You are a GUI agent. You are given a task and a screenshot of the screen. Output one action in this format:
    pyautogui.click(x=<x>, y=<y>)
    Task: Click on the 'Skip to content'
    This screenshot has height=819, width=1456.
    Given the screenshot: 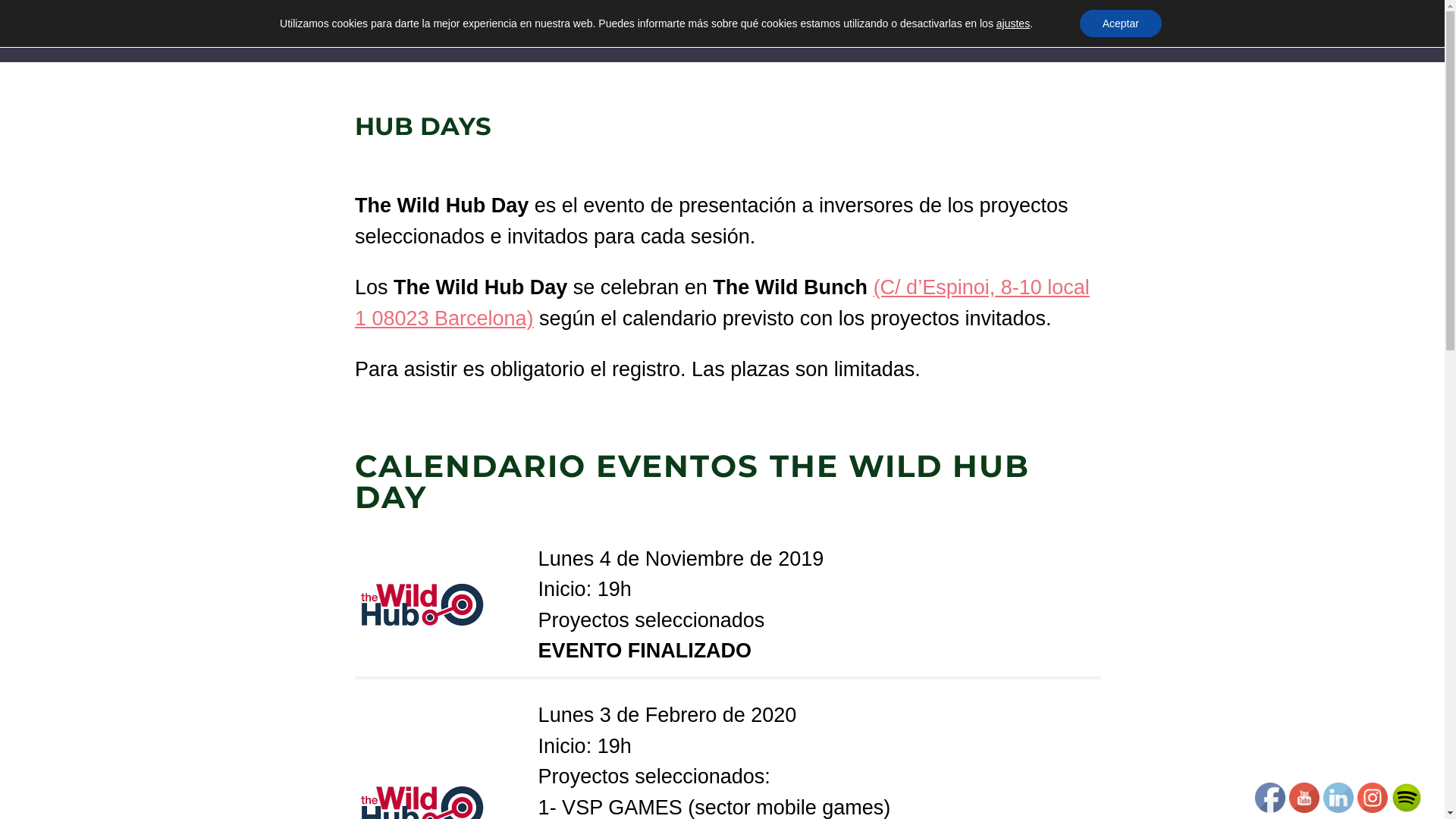 What is the action you would take?
    pyautogui.click(x=0, y=0)
    